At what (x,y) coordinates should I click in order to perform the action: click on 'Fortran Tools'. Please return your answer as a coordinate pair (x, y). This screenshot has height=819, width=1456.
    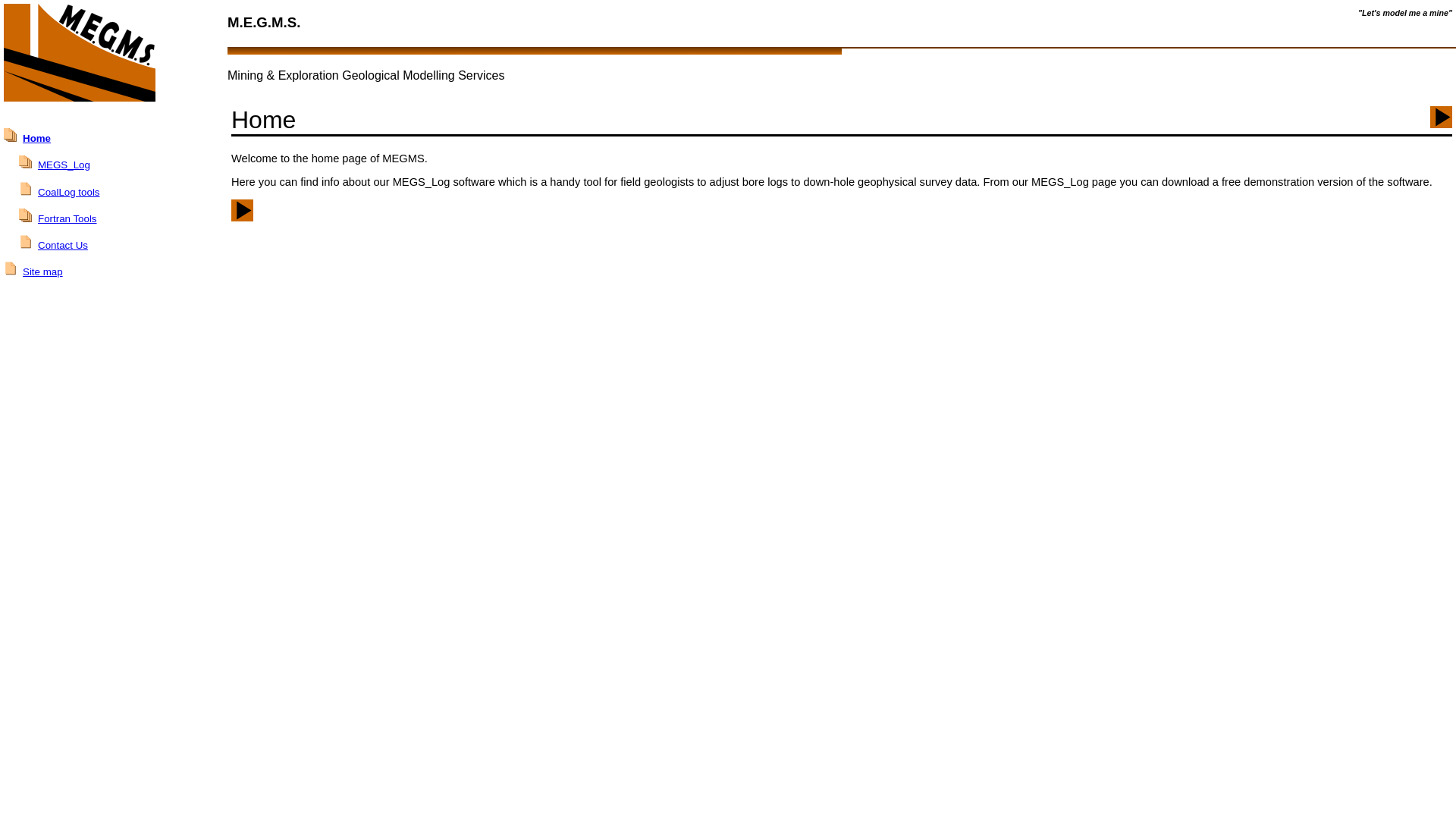
    Looking at the image, I should click on (67, 218).